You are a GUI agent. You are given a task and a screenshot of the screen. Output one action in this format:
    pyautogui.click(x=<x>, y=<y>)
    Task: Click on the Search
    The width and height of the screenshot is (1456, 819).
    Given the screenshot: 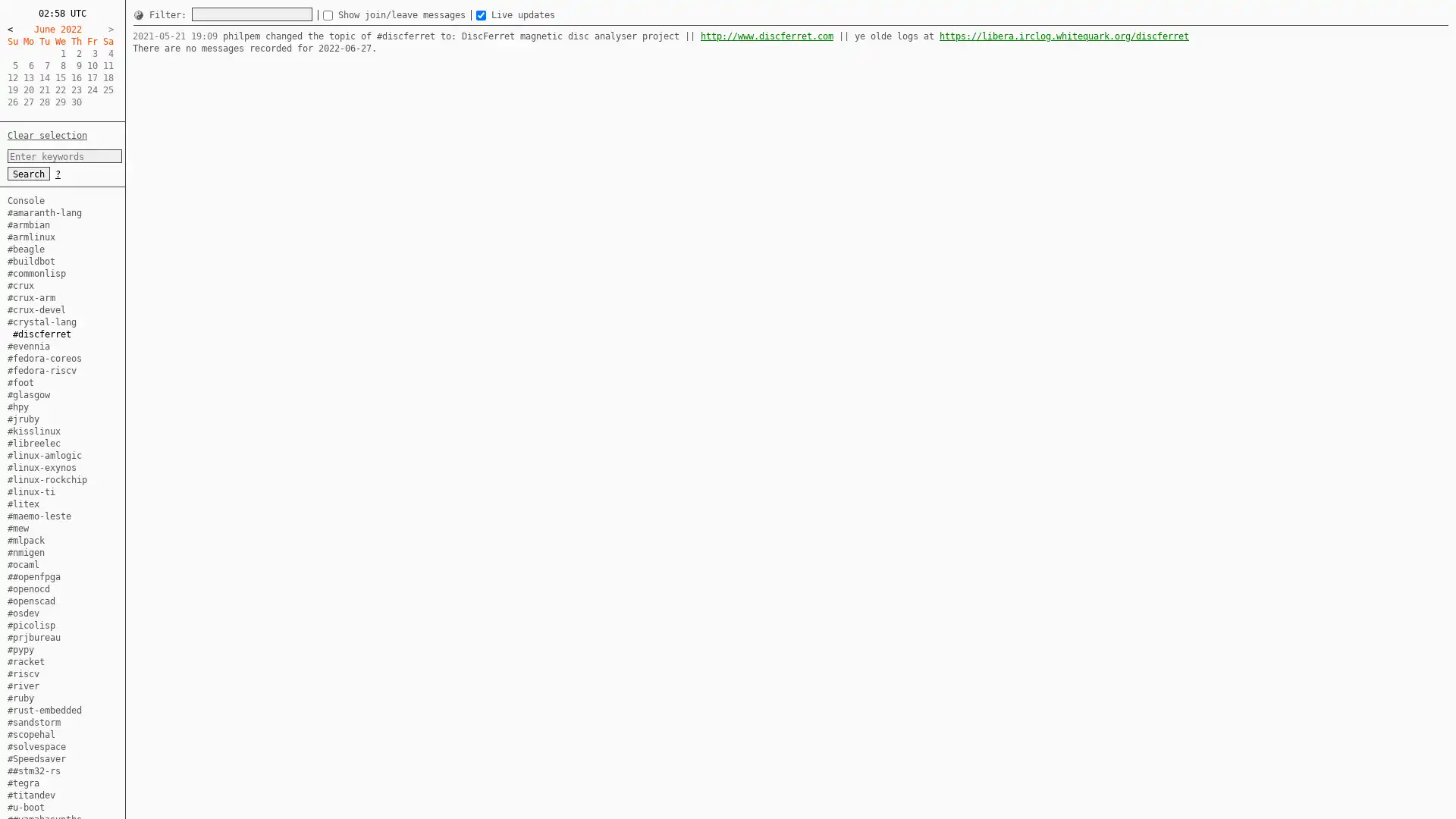 What is the action you would take?
    pyautogui.click(x=29, y=172)
    